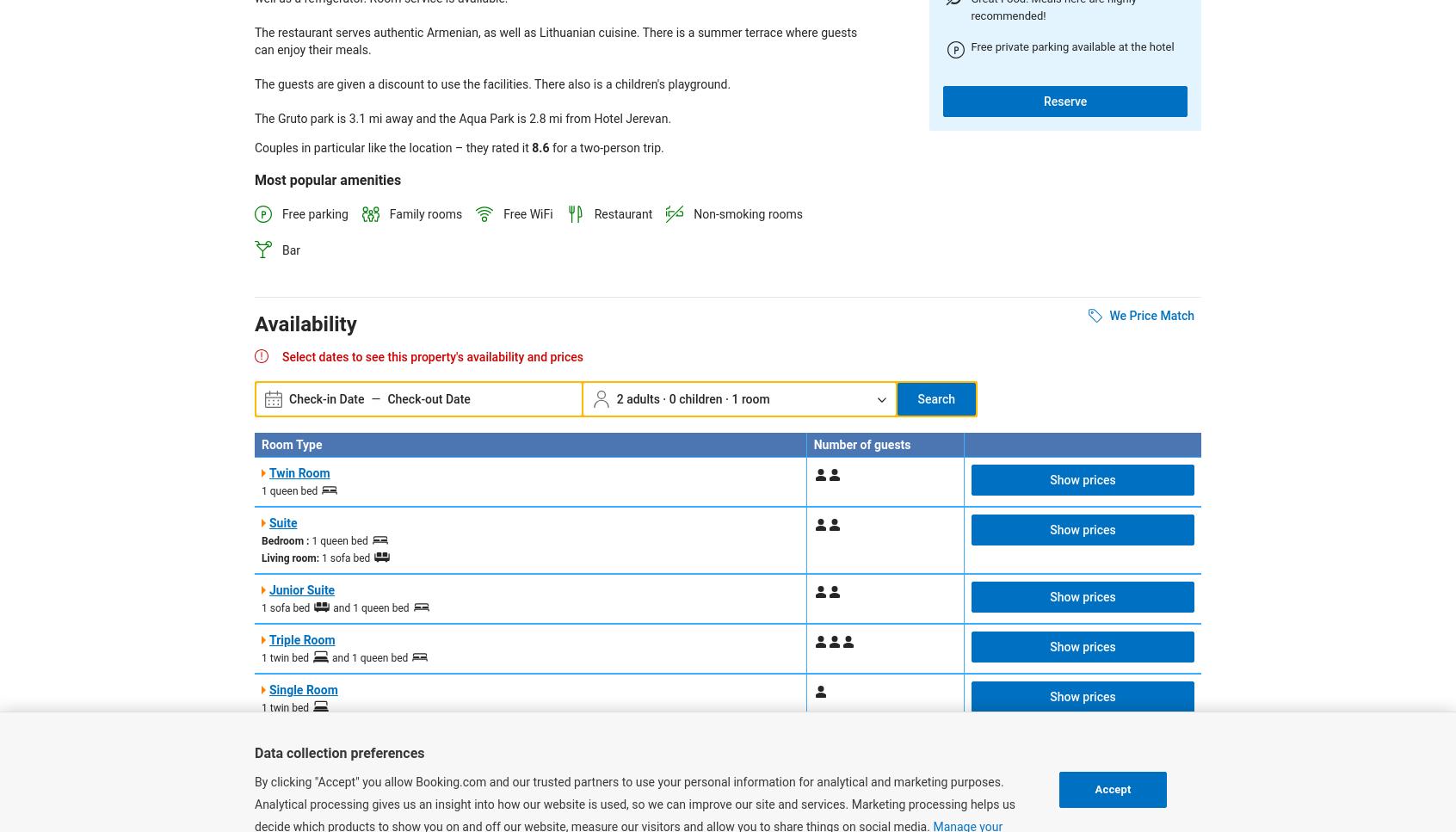 The image size is (1456, 832). Describe the element at coordinates (299, 471) in the screenshot. I see `'Twin Room'` at that location.